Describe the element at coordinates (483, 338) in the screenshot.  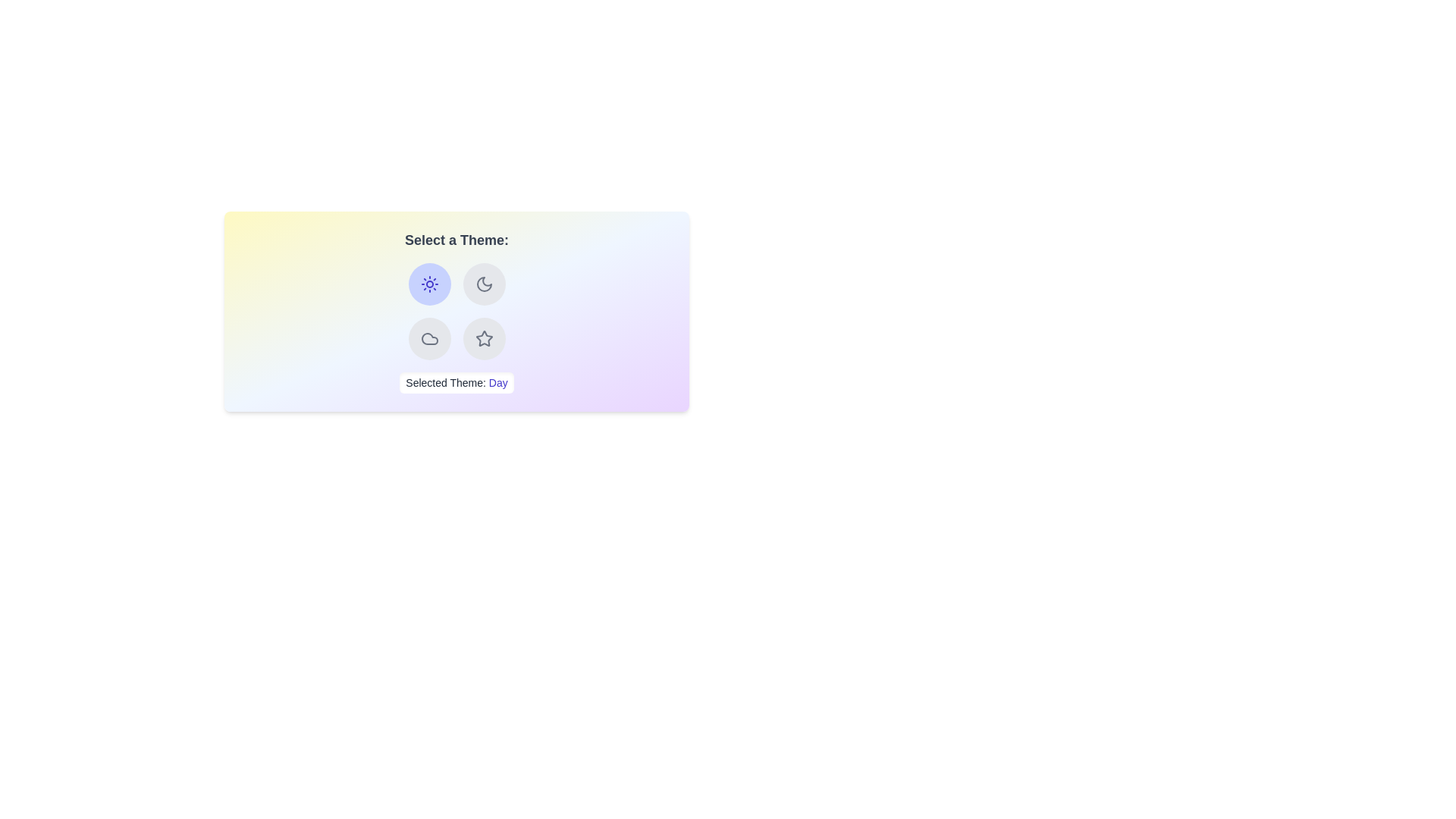
I see `the theme button Starry to observe the hover effect` at that location.